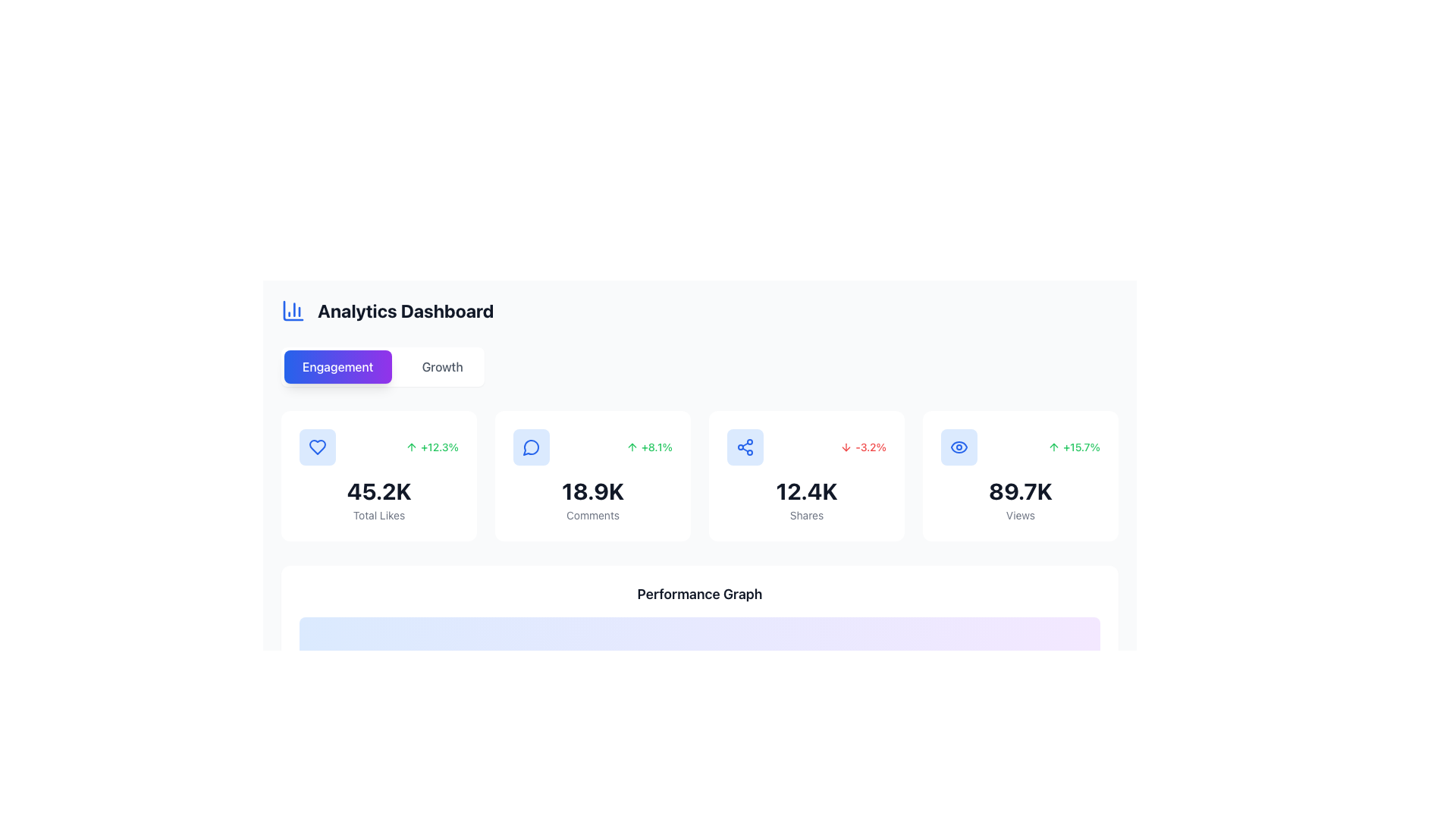 This screenshot has width=1456, height=819. Describe the element at coordinates (846, 447) in the screenshot. I see `the minimalist downwards arrow icon located to the left of the '-3.2%' text in red, which is above the '12.4K Shares' card in the dashboard layout` at that location.